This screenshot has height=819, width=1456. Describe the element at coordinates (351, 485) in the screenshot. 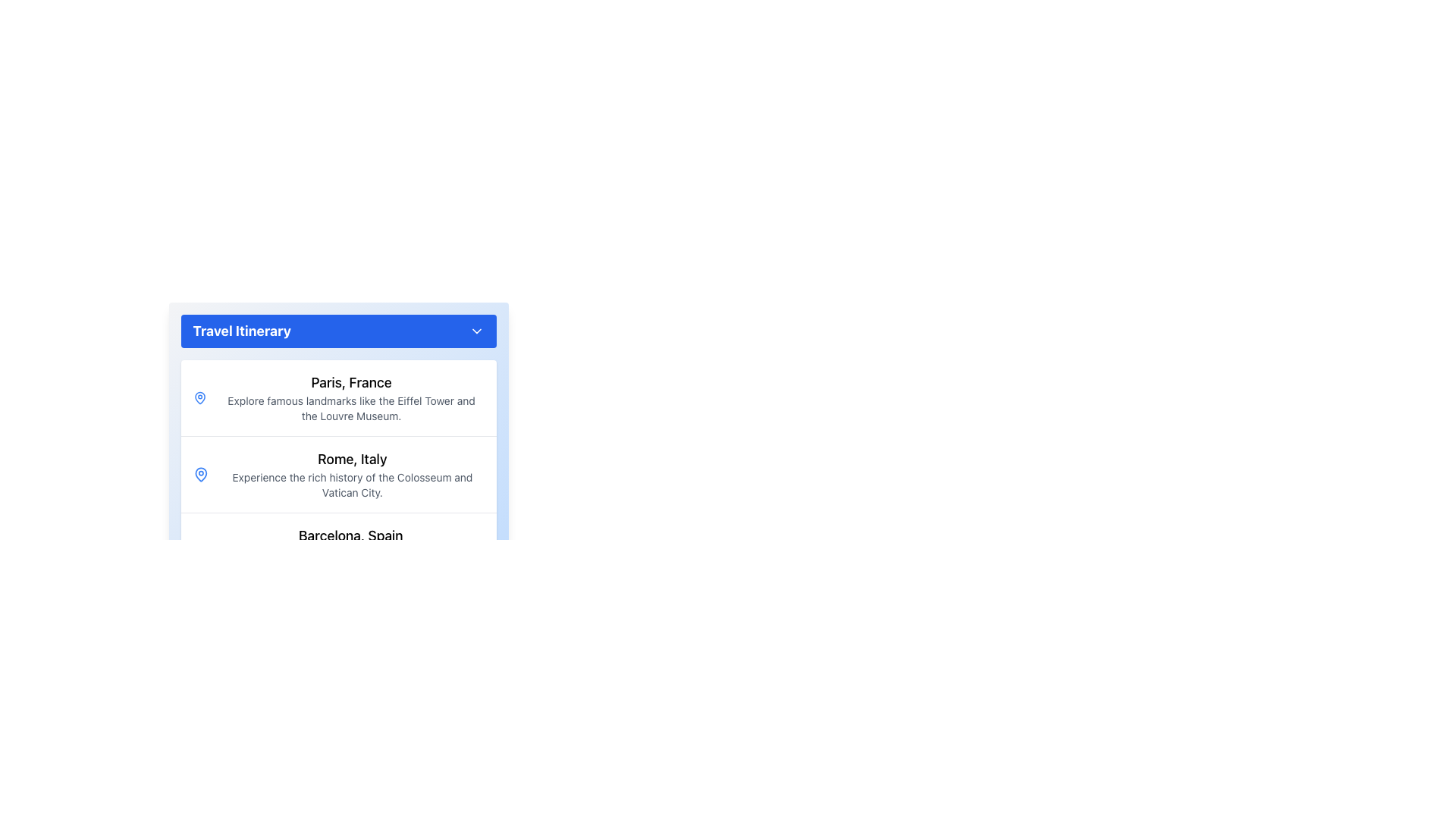

I see `text content 'Experience the rich history of the Colosseum and Vatican City.' which is styled in gray and located below the 'Rome, Italy' title` at that location.